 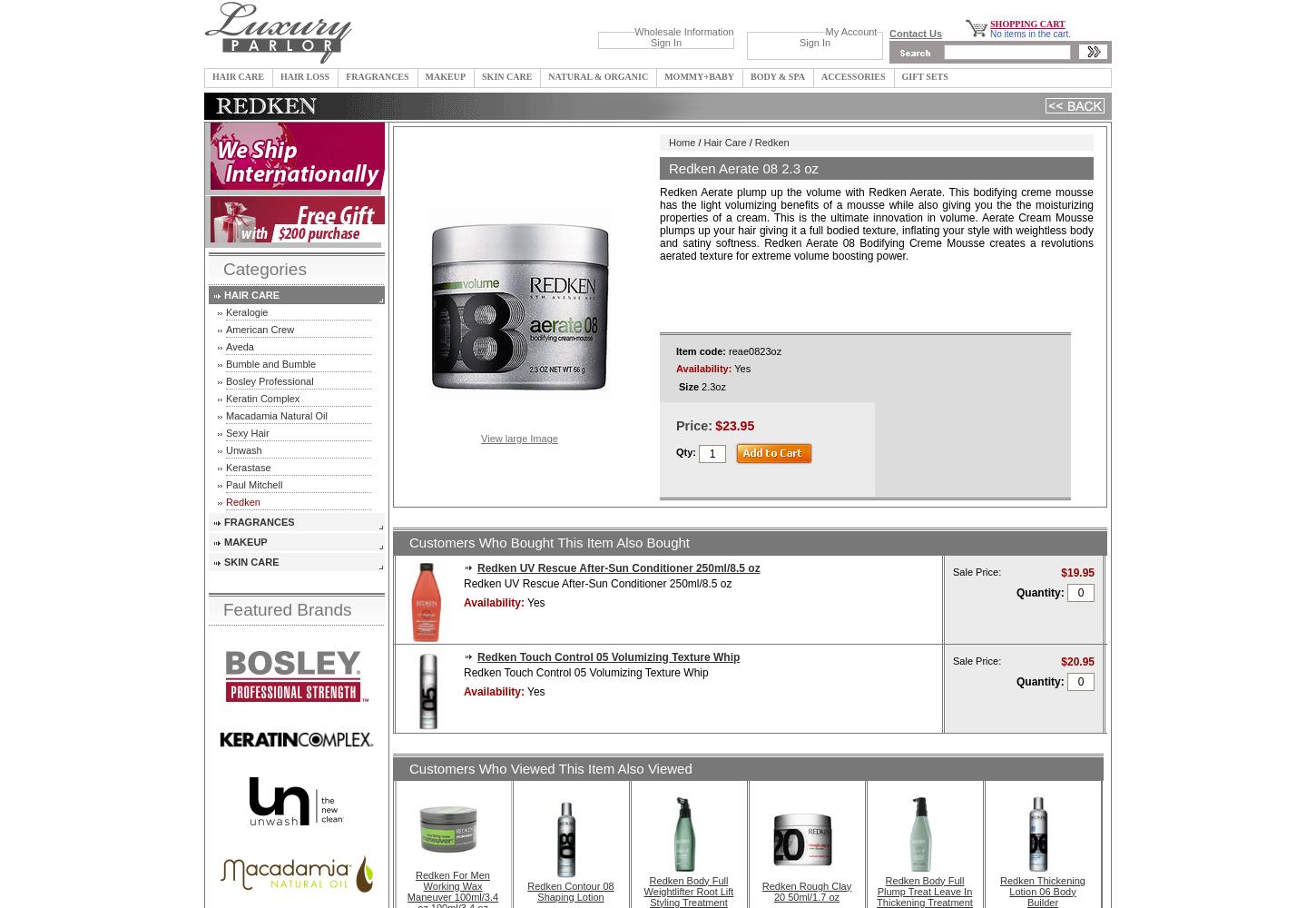 I want to click on 'Macadamia Natural Oil', so click(x=276, y=415).